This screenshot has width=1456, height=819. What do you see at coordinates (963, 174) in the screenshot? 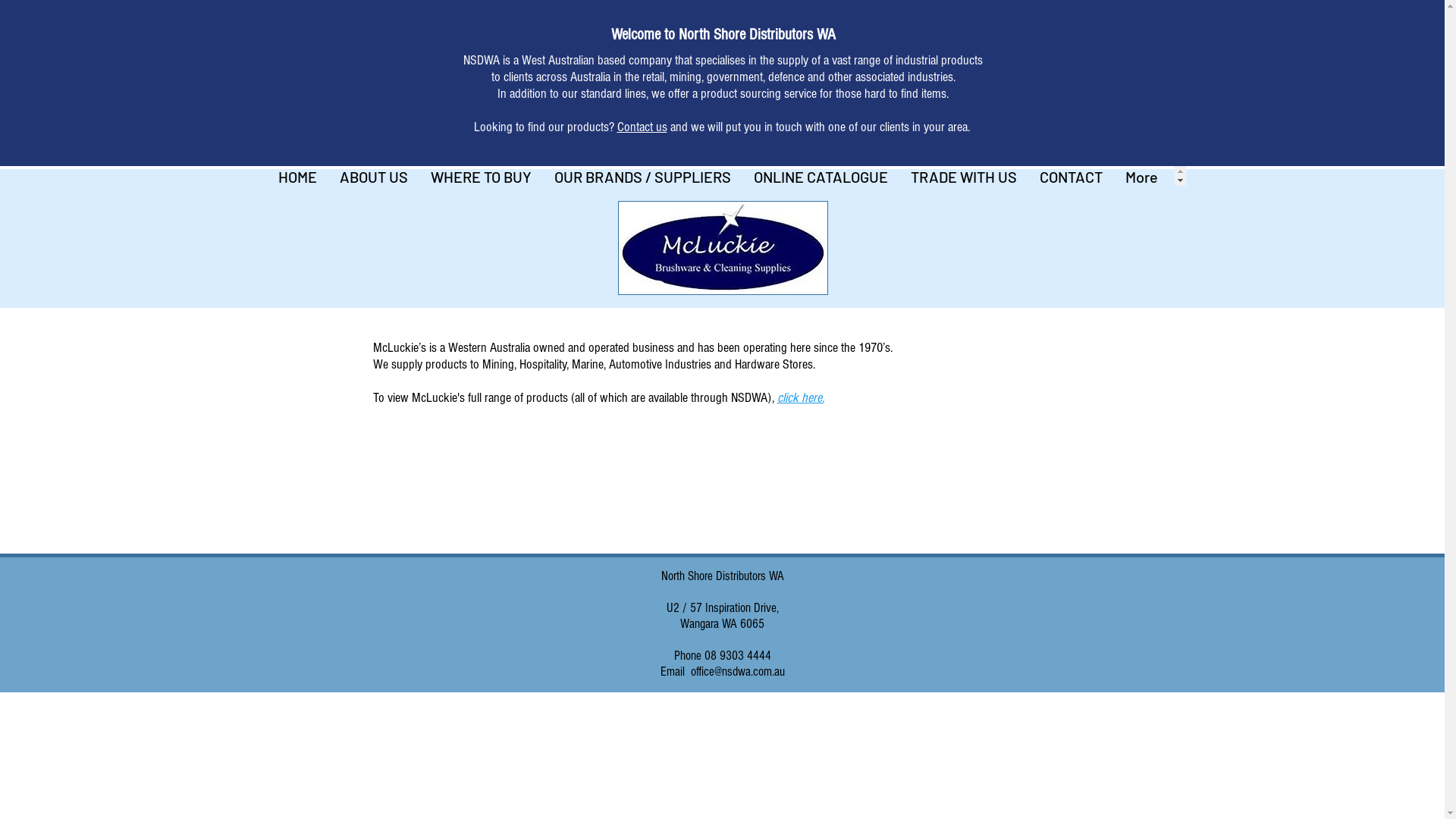
I see `'TRADE WITH US'` at bounding box center [963, 174].